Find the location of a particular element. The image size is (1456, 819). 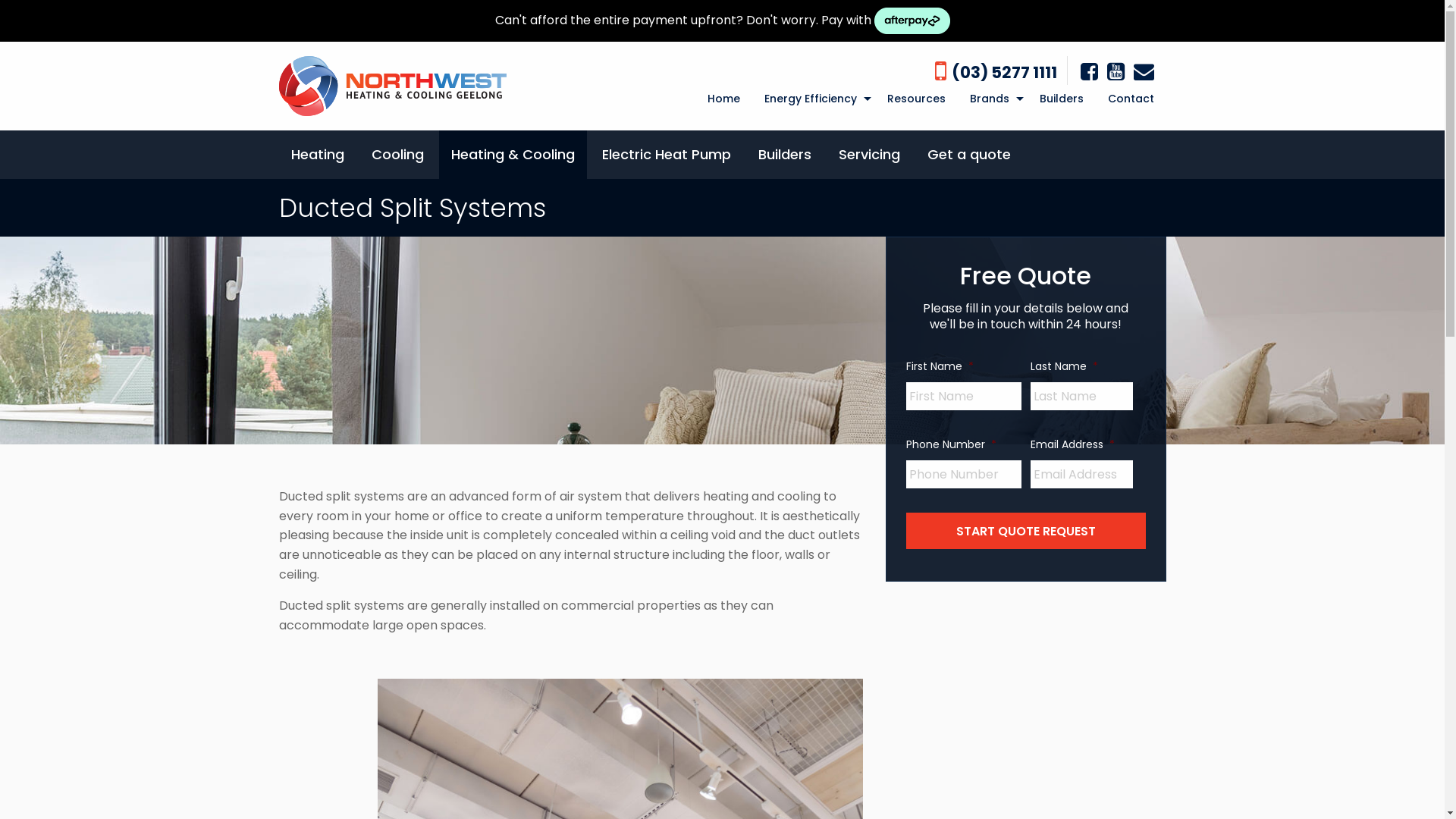

'Builders' is located at coordinates (785, 155).